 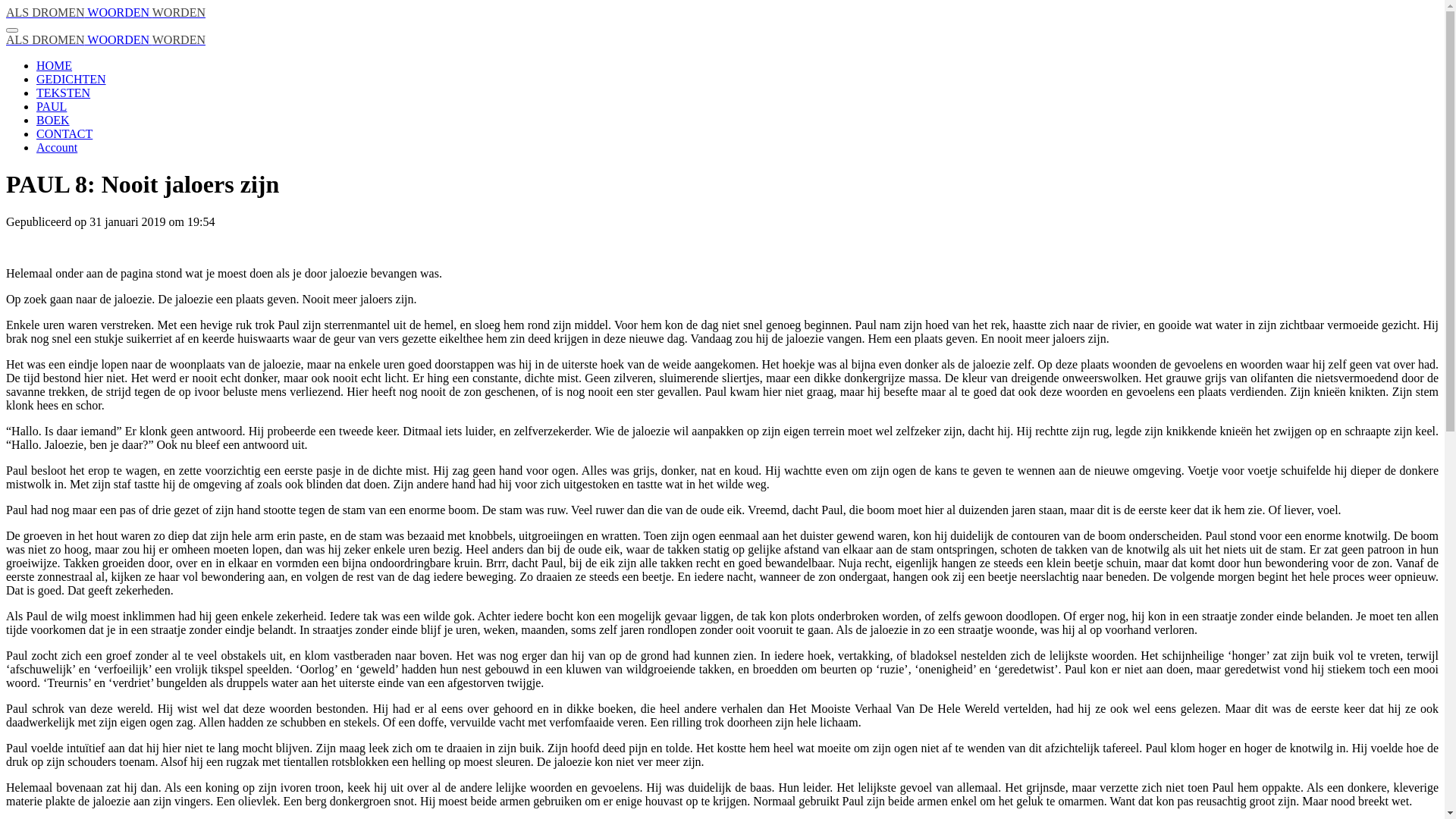 What do you see at coordinates (62, 93) in the screenshot?
I see `'TEKSTEN'` at bounding box center [62, 93].